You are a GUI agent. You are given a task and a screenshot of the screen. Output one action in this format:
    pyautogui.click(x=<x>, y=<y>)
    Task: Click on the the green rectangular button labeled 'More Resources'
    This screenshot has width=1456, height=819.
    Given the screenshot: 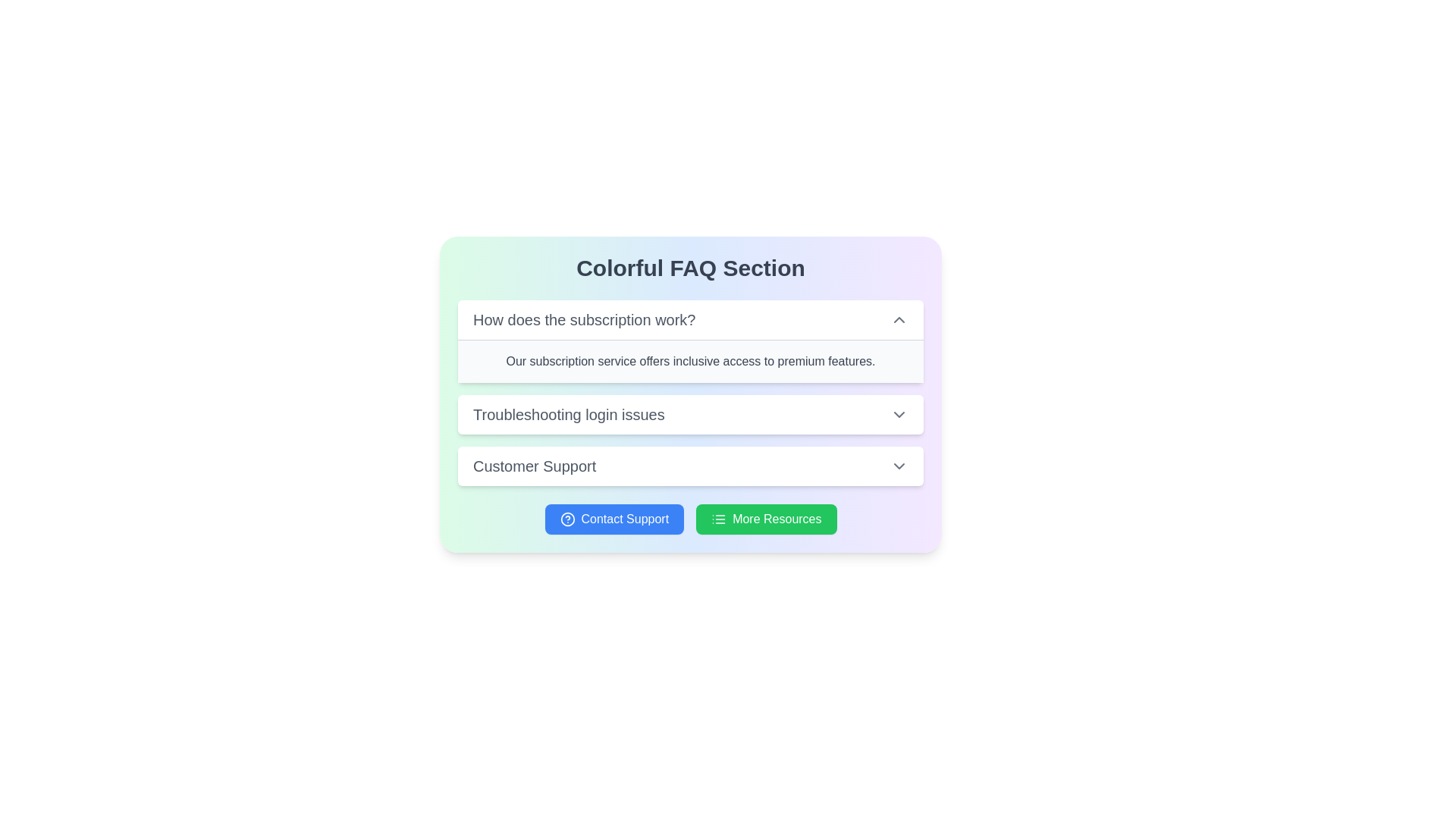 What is the action you would take?
    pyautogui.click(x=766, y=519)
    